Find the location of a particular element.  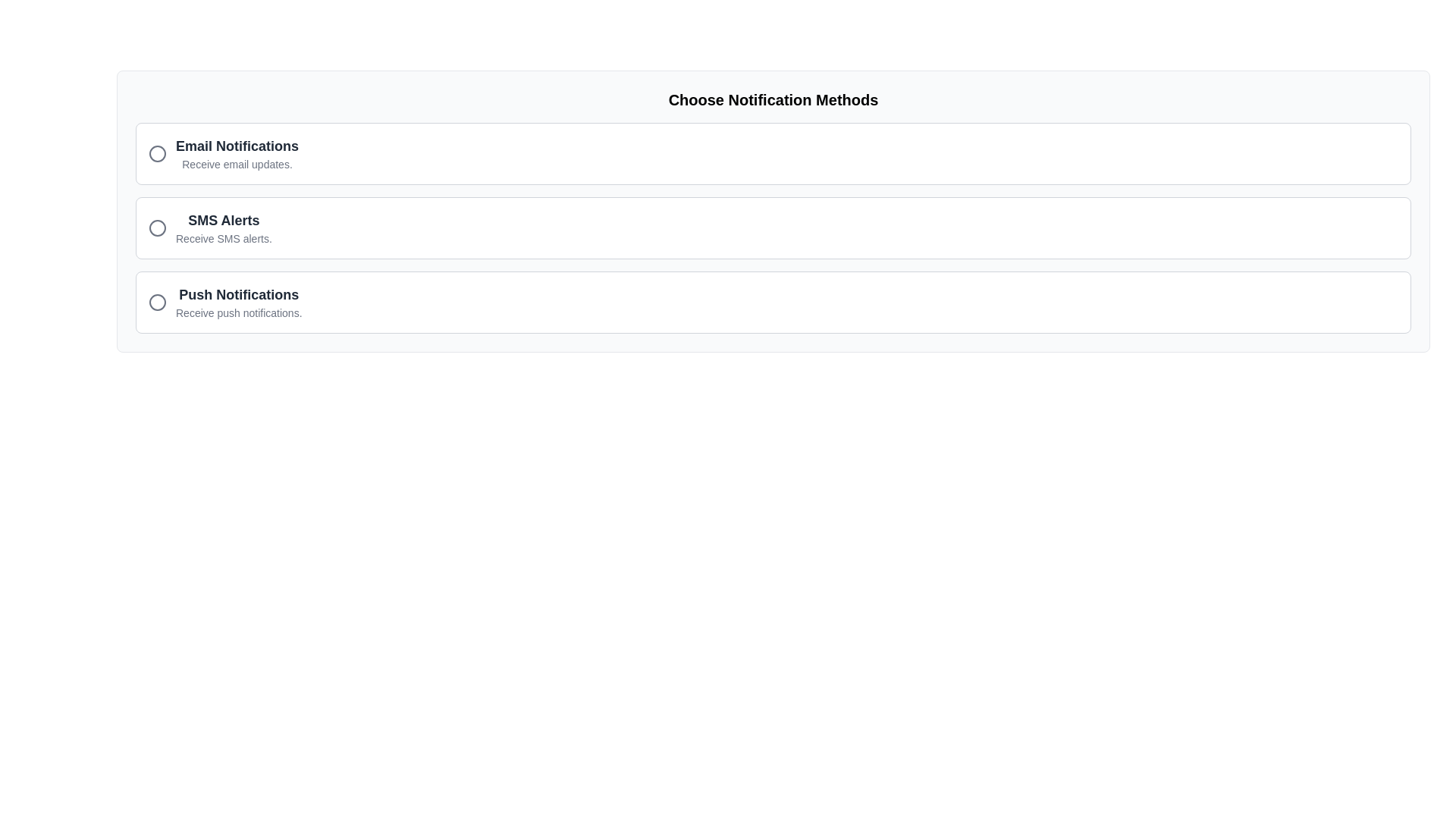

static text element that displays 'Receive push notifications.' styled in a small gray font, located beneath the heading 'Push Notifications' is located at coordinates (238, 312).